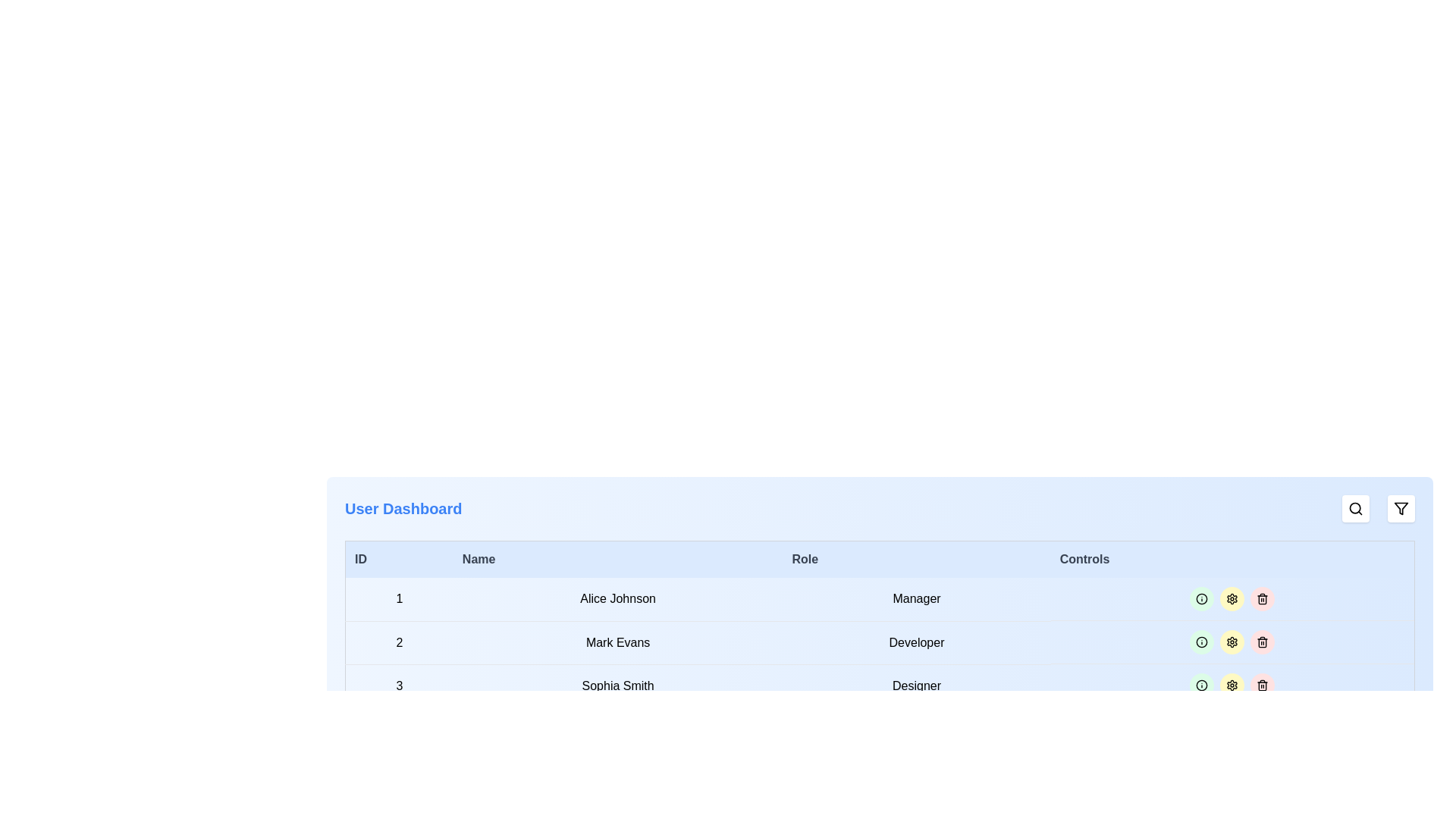  Describe the element at coordinates (1232, 685) in the screenshot. I see `the yellow circular button with a gear icon in the center, located in the third row of the 'Controls' column` at that location.